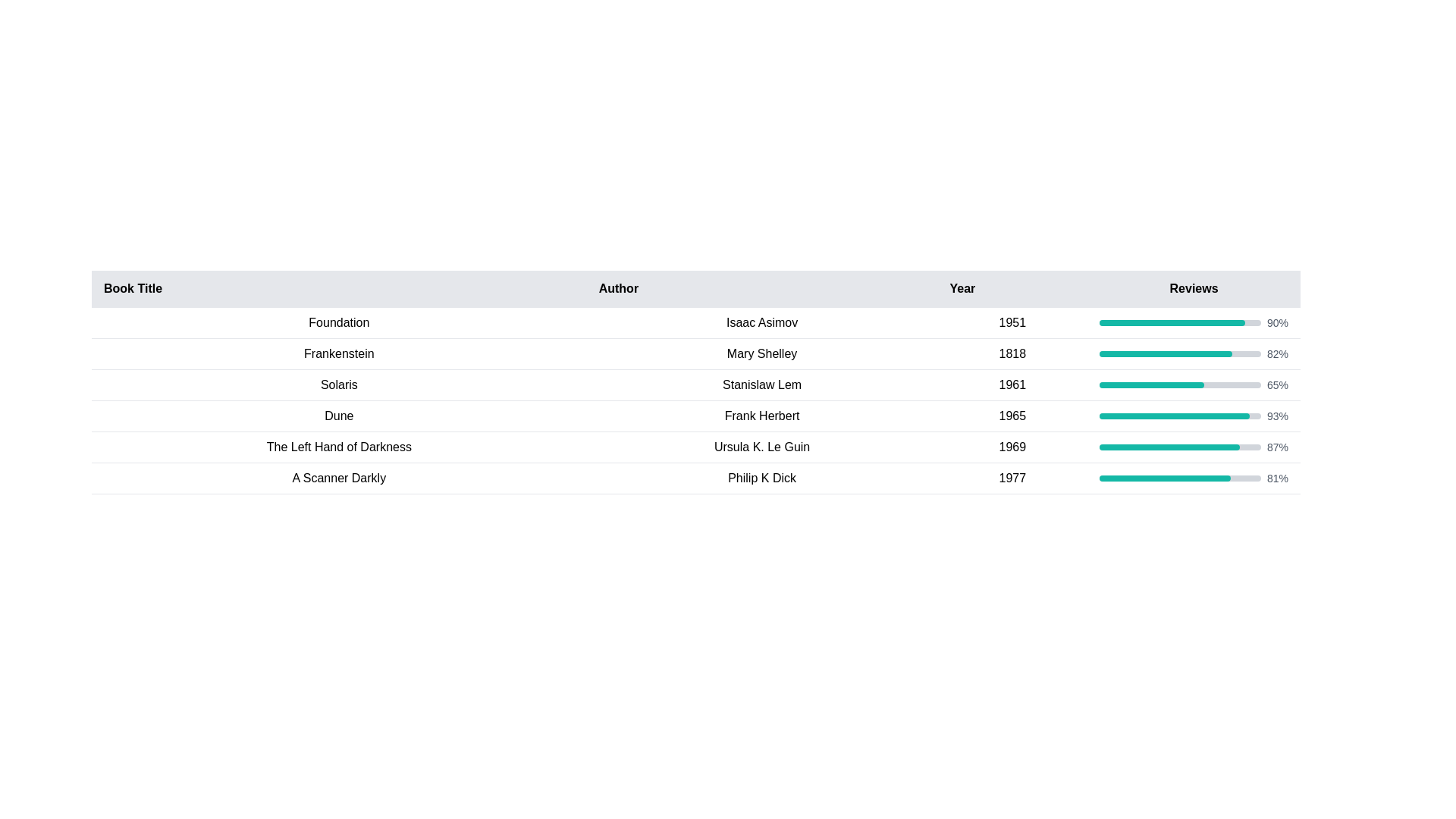 The width and height of the screenshot is (1456, 819). What do you see at coordinates (1012, 353) in the screenshot?
I see `the Text Label displaying the publication year of 'Frankenstein', located in the third position under the 'Year' column, between 'Author' and 'Reviews'` at bounding box center [1012, 353].